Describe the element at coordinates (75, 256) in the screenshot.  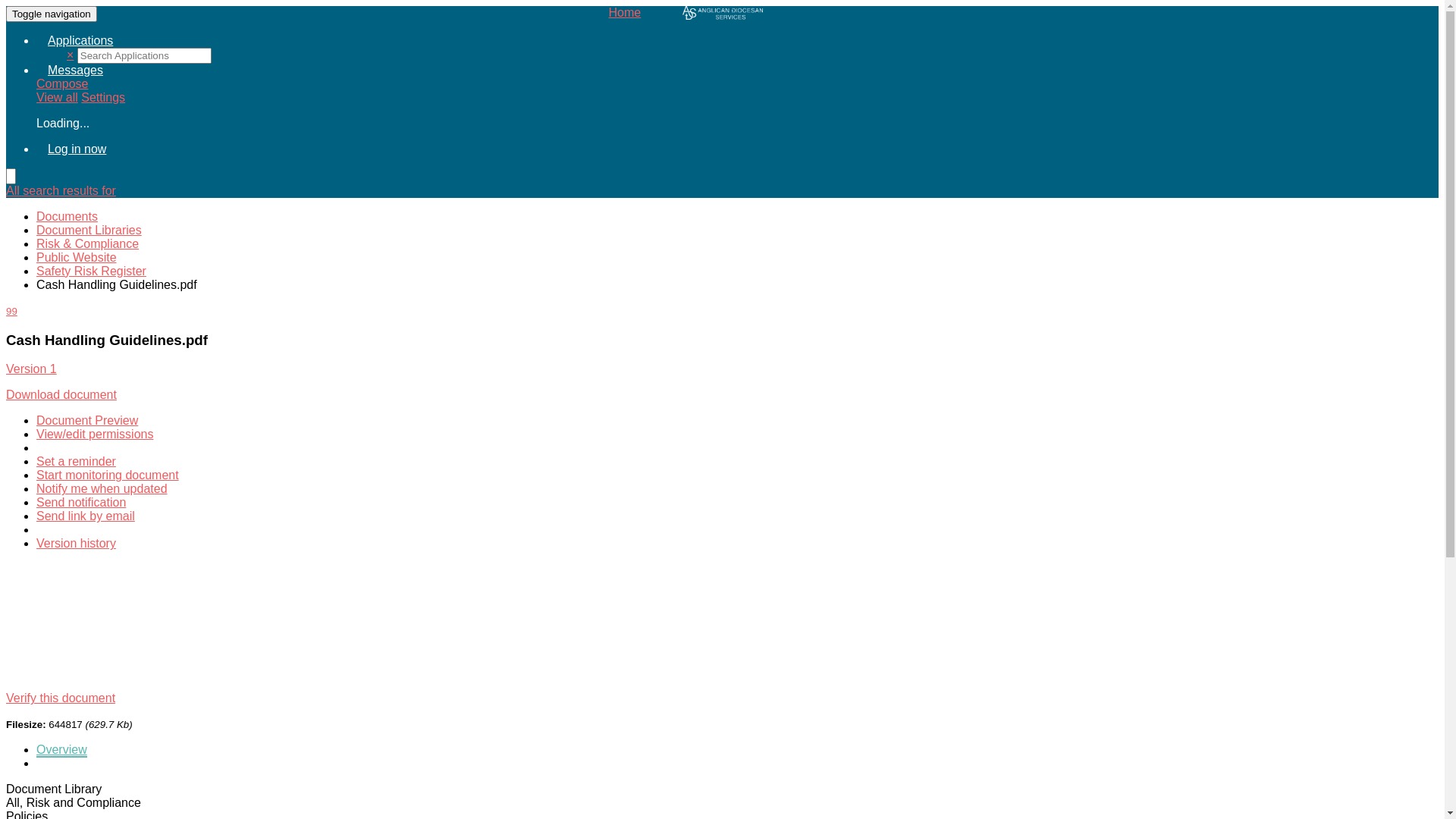
I see `'Public Website'` at that location.